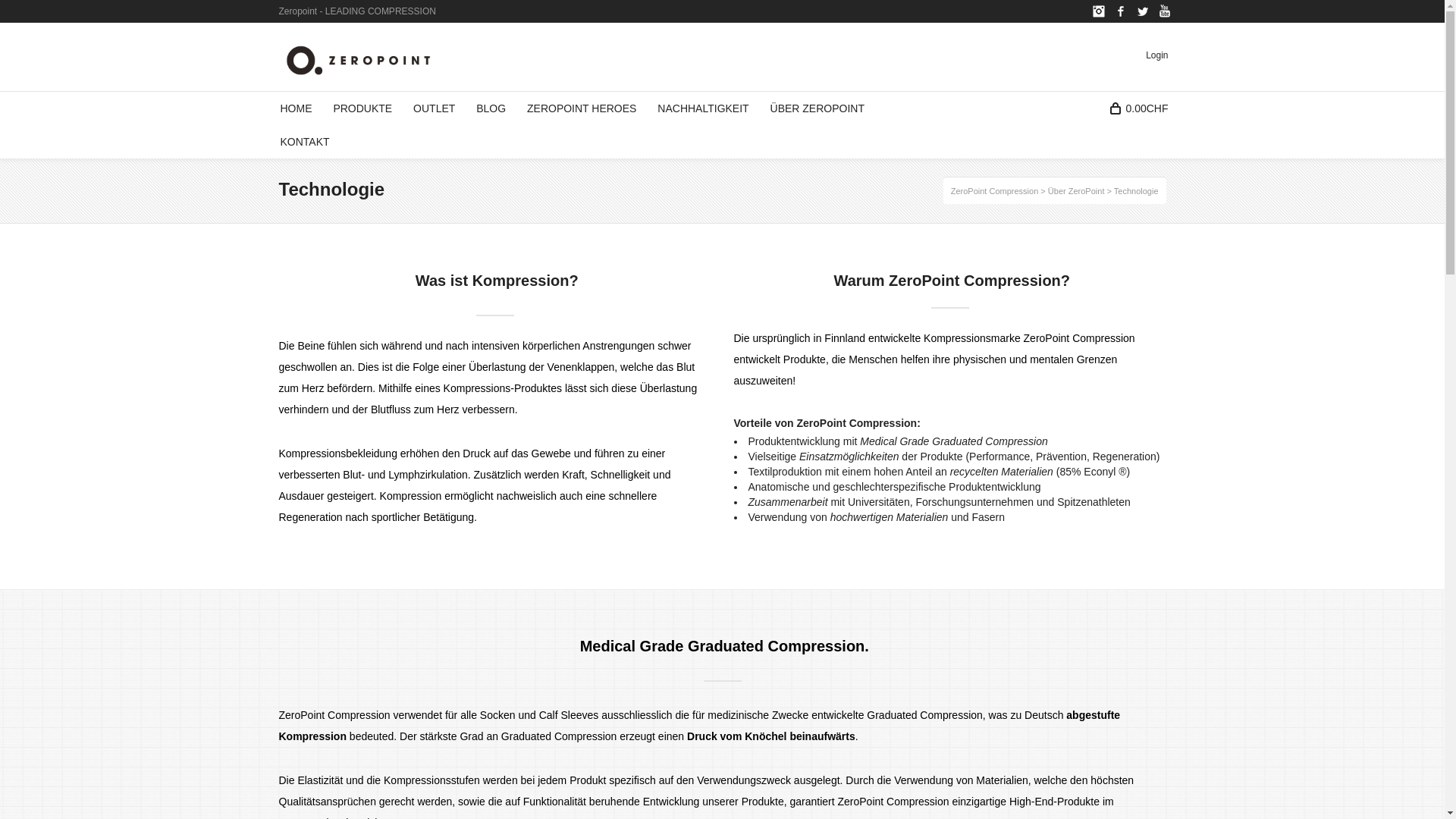 The width and height of the screenshot is (1456, 819). I want to click on 'Facebook', so click(1111, 11).